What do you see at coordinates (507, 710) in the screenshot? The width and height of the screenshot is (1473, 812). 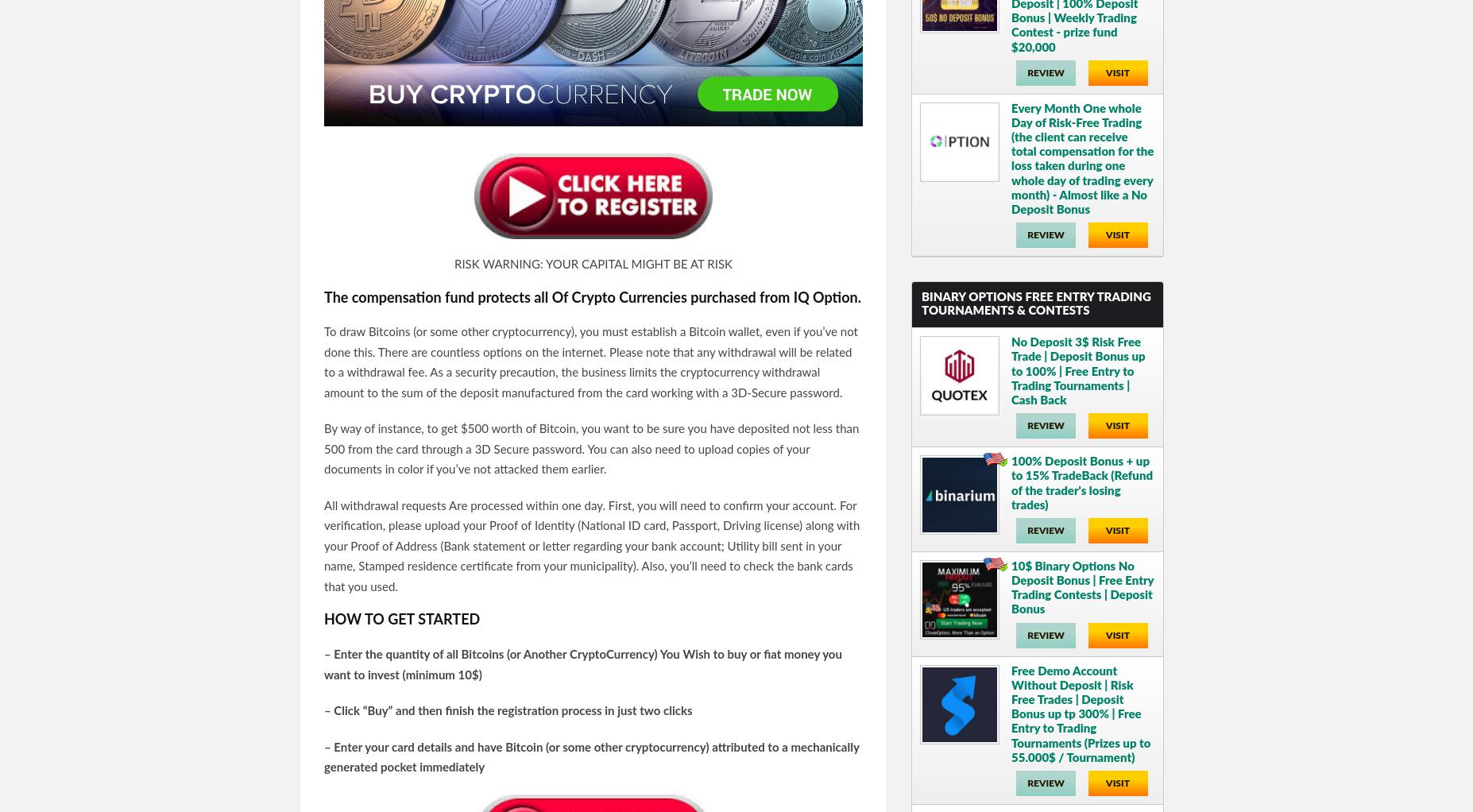 I see `'– Click “Buy” and then finish the registration process in just two clicks'` at bounding box center [507, 710].